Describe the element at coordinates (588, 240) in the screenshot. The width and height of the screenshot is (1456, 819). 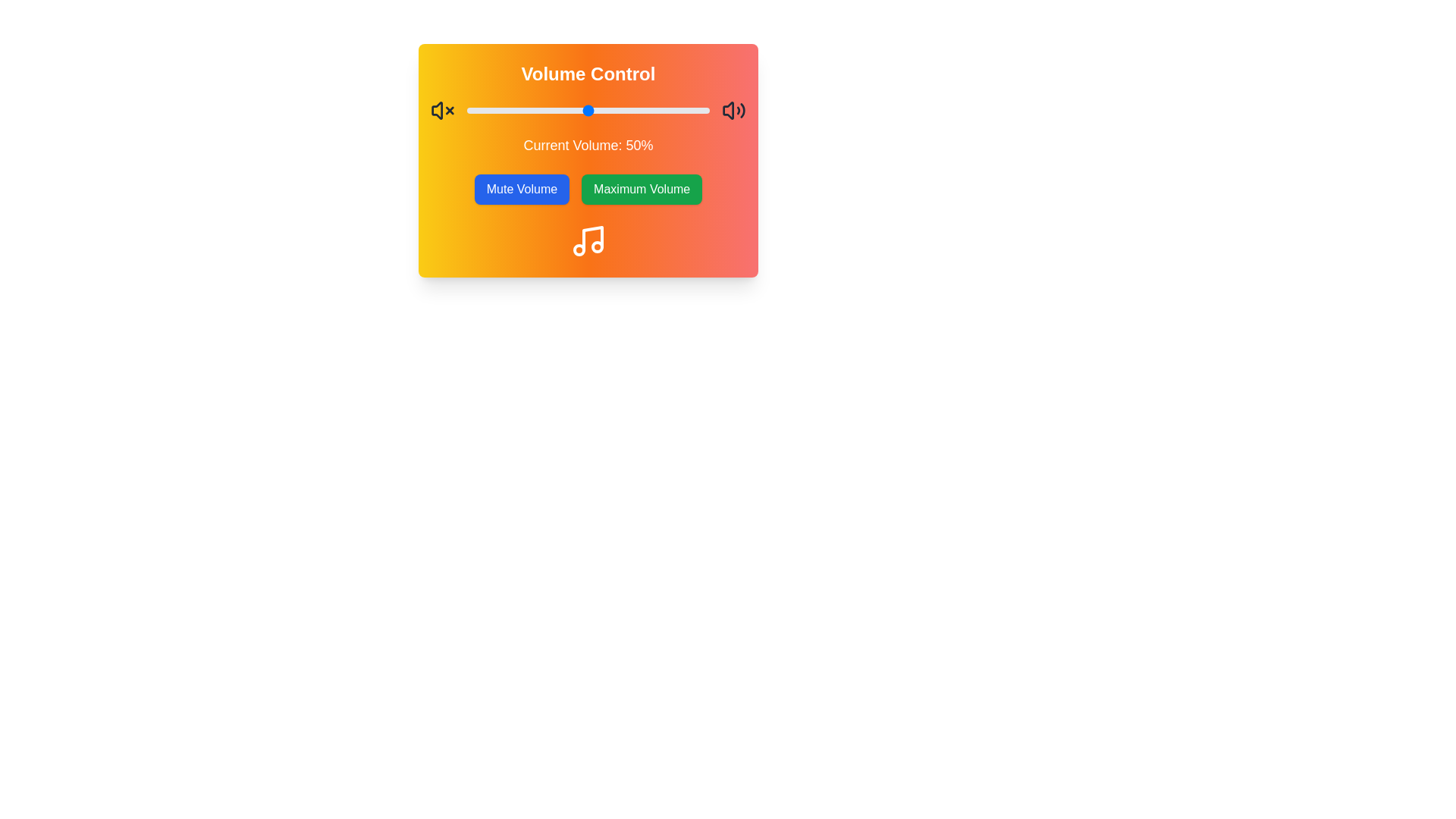
I see `the decorative music icon to simulate interaction` at that location.